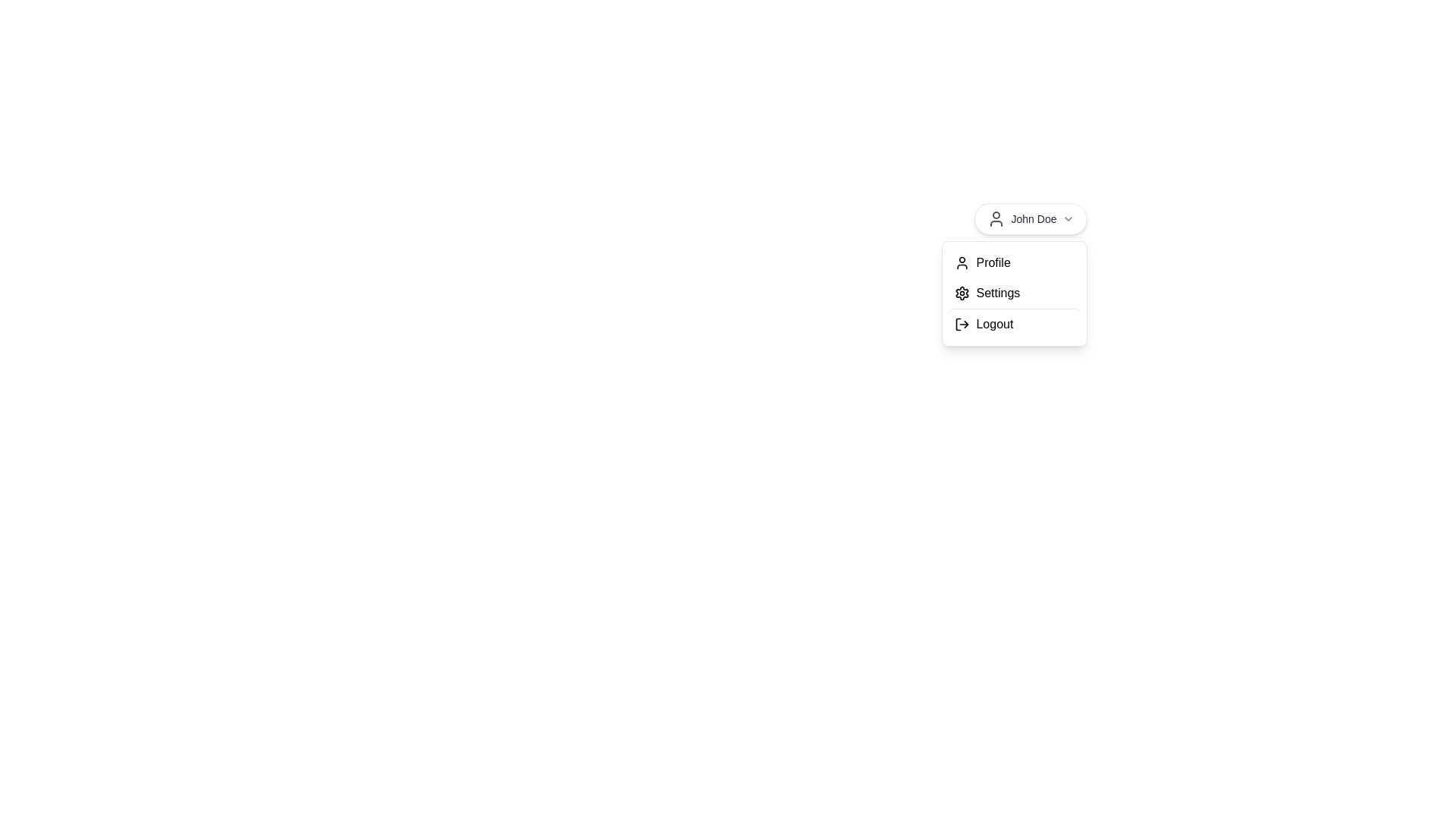 This screenshot has height=819, width=1456. Describe the element at coordinates (1015, 293) in the screenshot. I see `the 'Settings' menu item in the dropdown menu` at that location.